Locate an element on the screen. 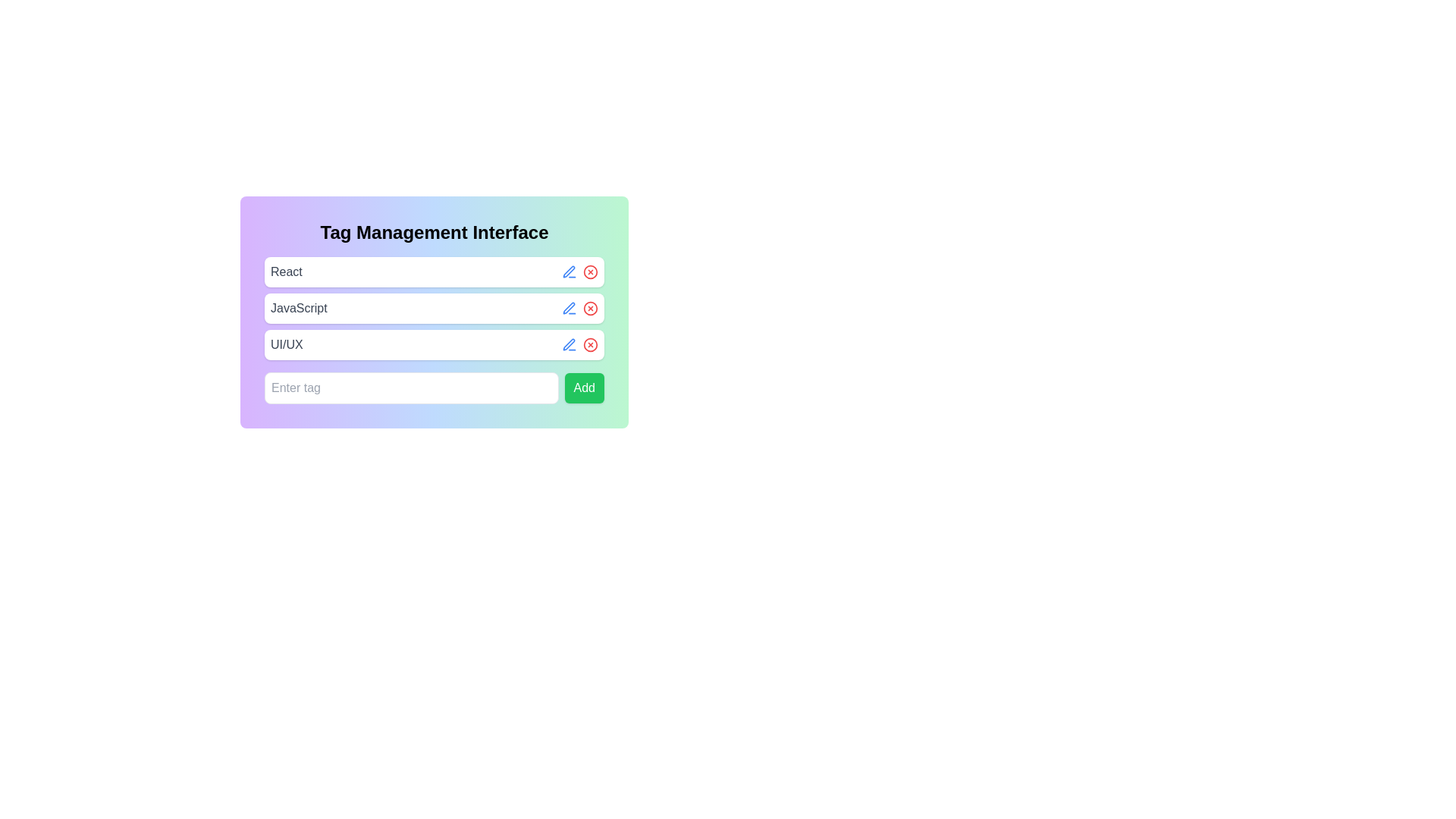  the Tag display card labeled 'JavaScript', which is the second item in a vertically stacked list of similar cards is located at coordinates (433, 312).